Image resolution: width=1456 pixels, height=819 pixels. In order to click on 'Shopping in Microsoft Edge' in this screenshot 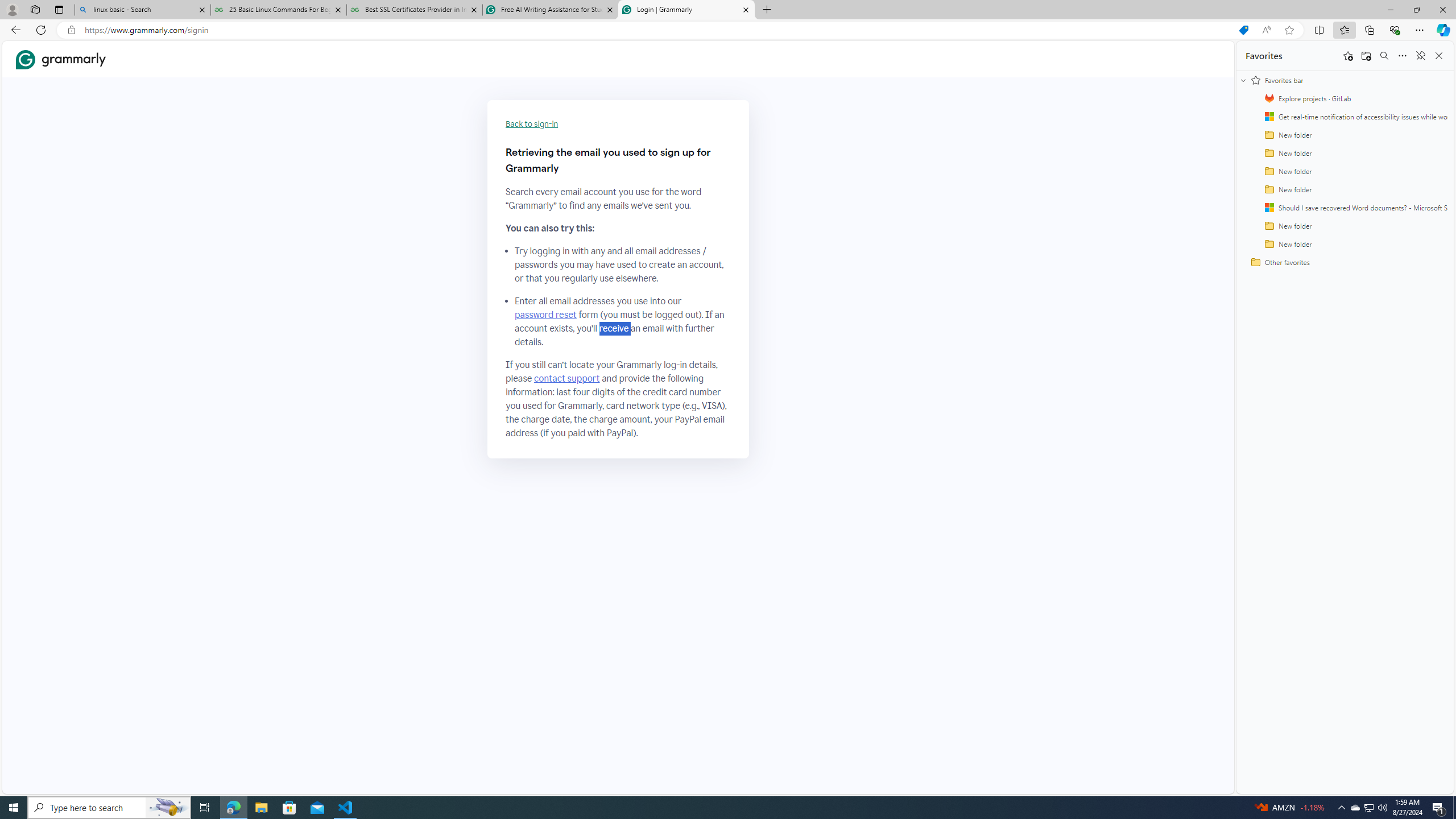, I will do `click(1243, 30)`.